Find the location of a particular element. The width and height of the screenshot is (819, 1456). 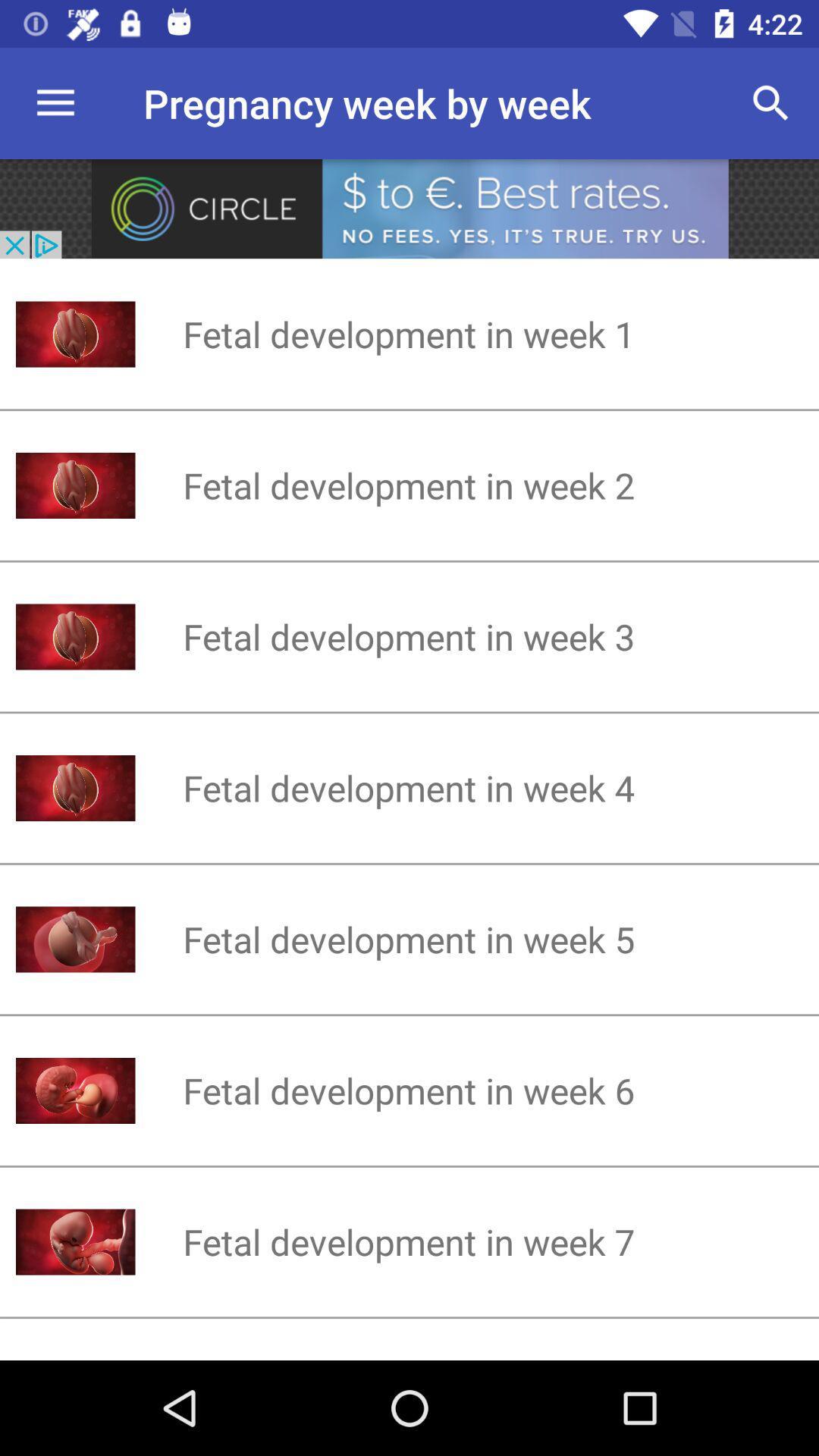

the image left to fetal development in week 2 is located at coordinates (76, 485).